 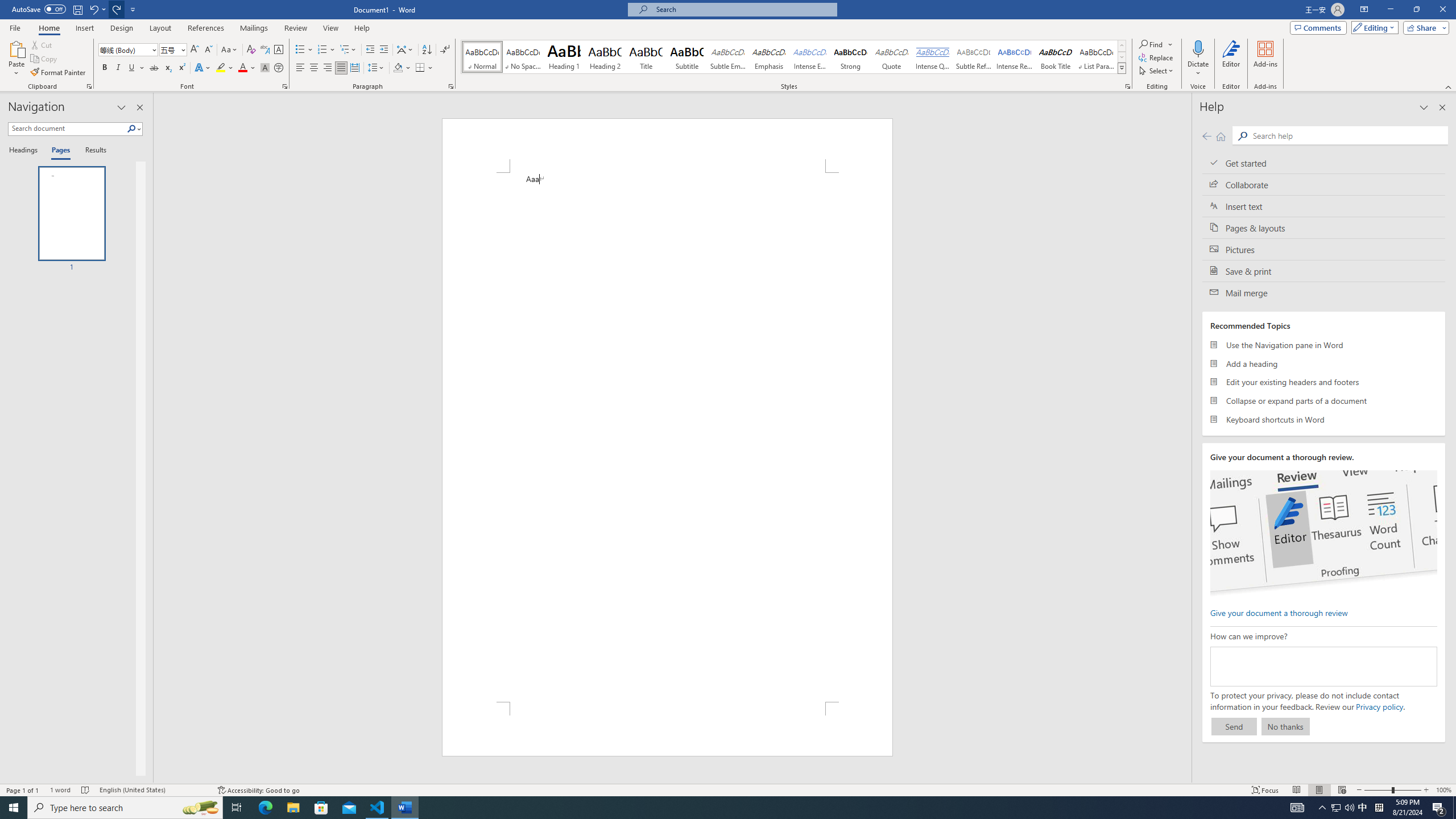 What do you see at coordinates (23, 790) in the screenshot?
I see `'Page Number Page 1 of 1'` at bounding box center [23, 790].